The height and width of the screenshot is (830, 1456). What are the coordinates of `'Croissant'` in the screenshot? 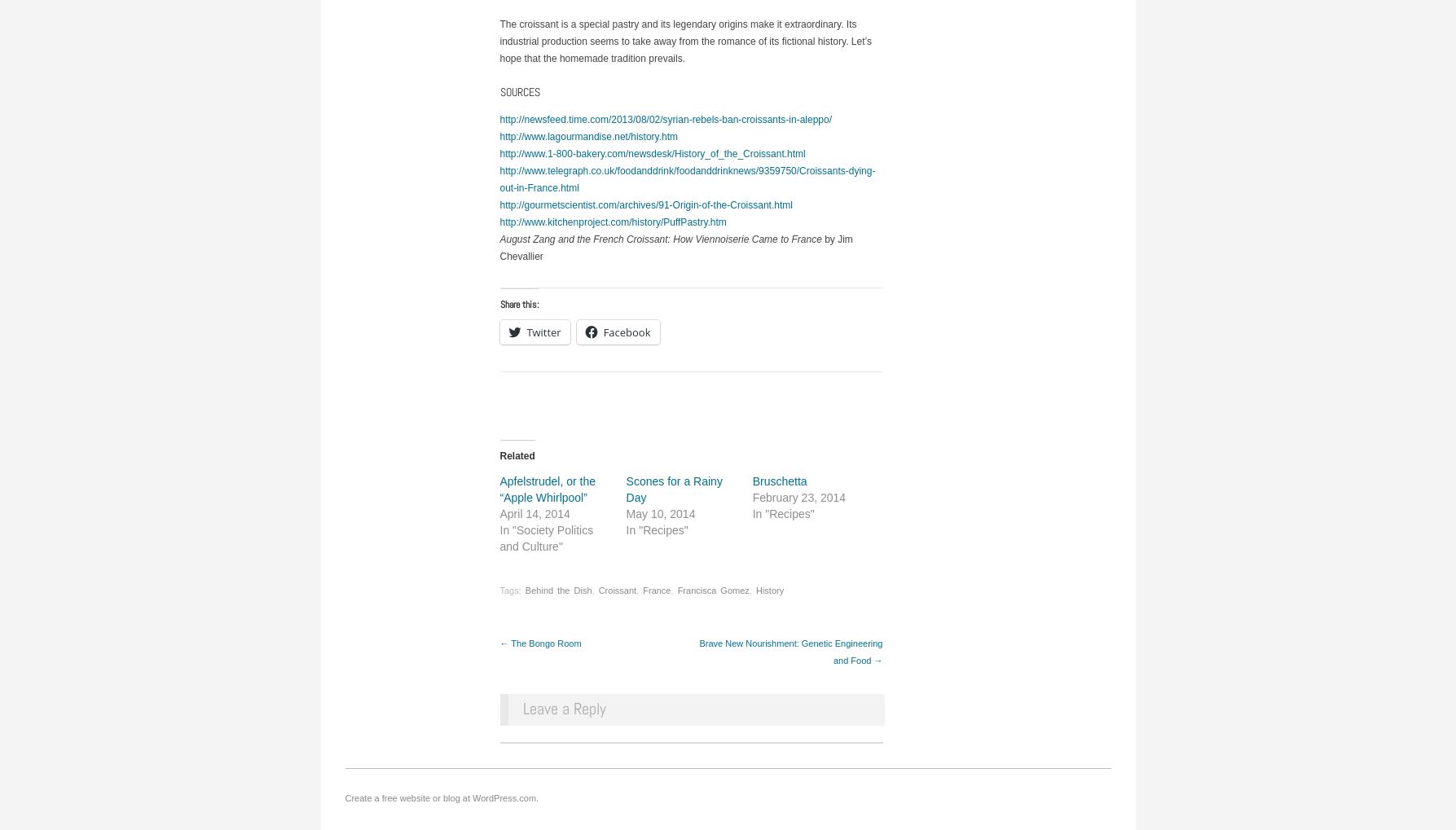 It's located at (617, 589).